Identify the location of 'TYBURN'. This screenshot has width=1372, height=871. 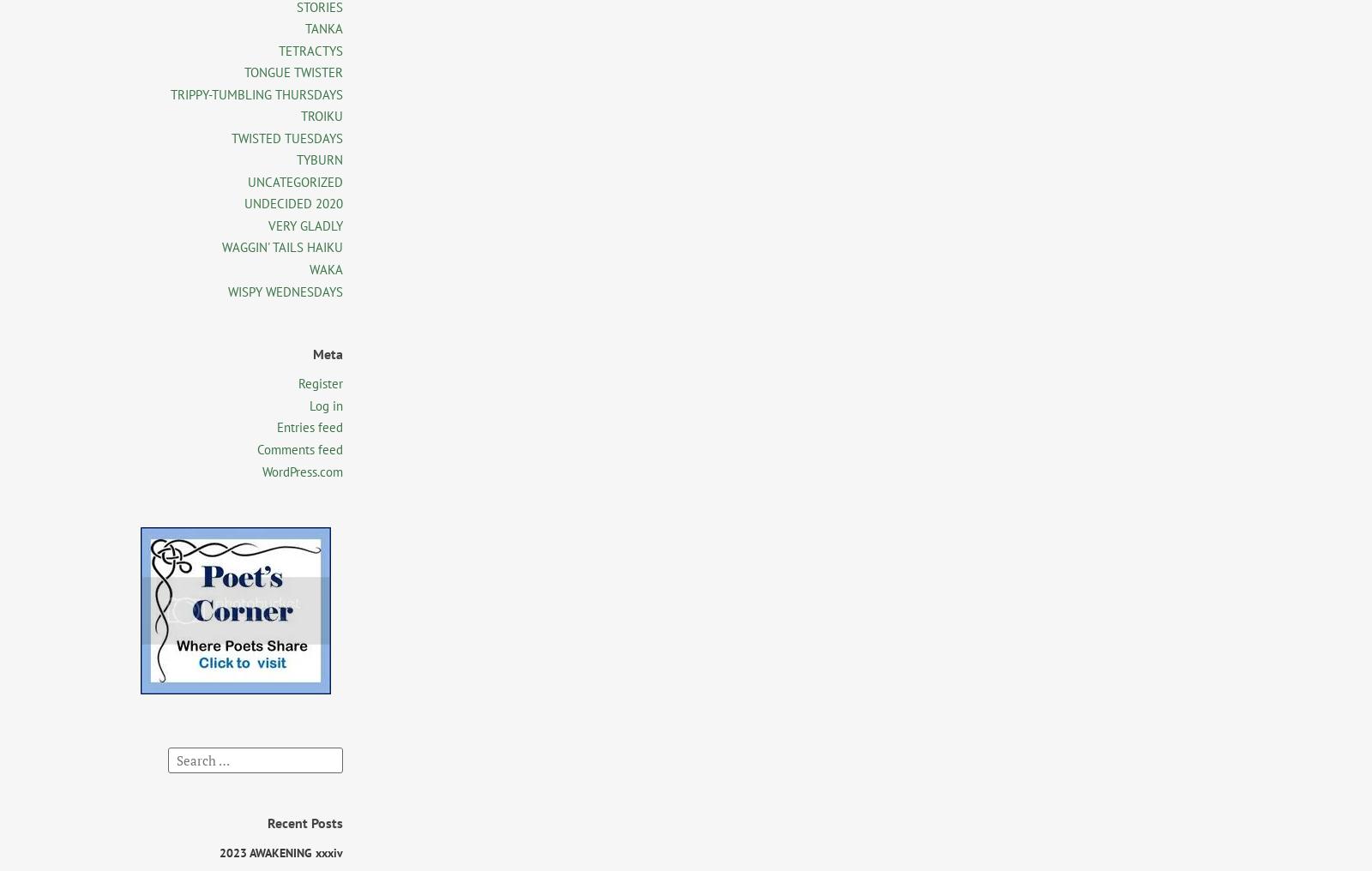
(319, 159).